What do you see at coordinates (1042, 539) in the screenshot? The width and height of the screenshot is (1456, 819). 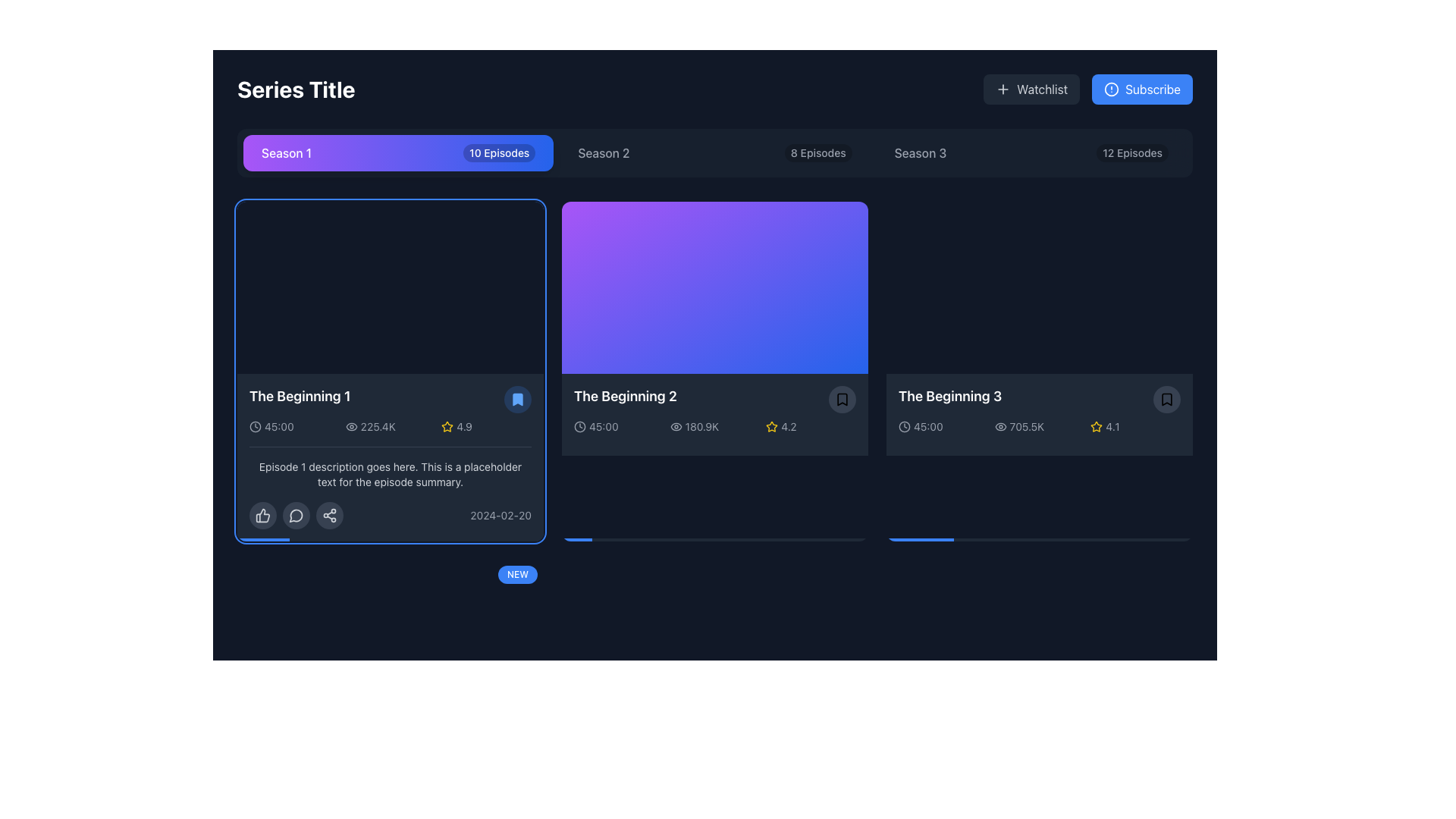 I see `progress level` at bounding box center [1042, 539].